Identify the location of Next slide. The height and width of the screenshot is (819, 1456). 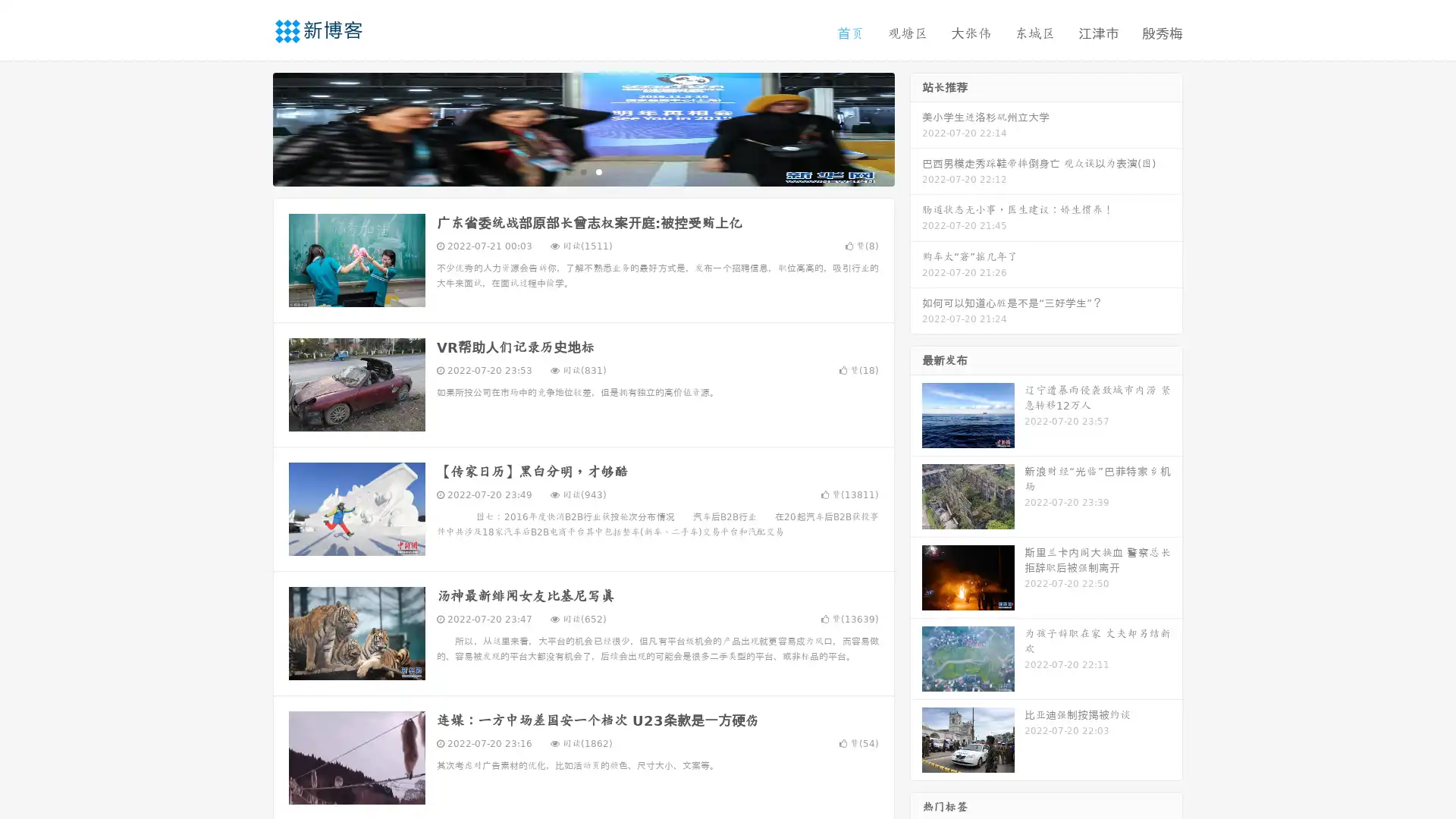
(916, 127).